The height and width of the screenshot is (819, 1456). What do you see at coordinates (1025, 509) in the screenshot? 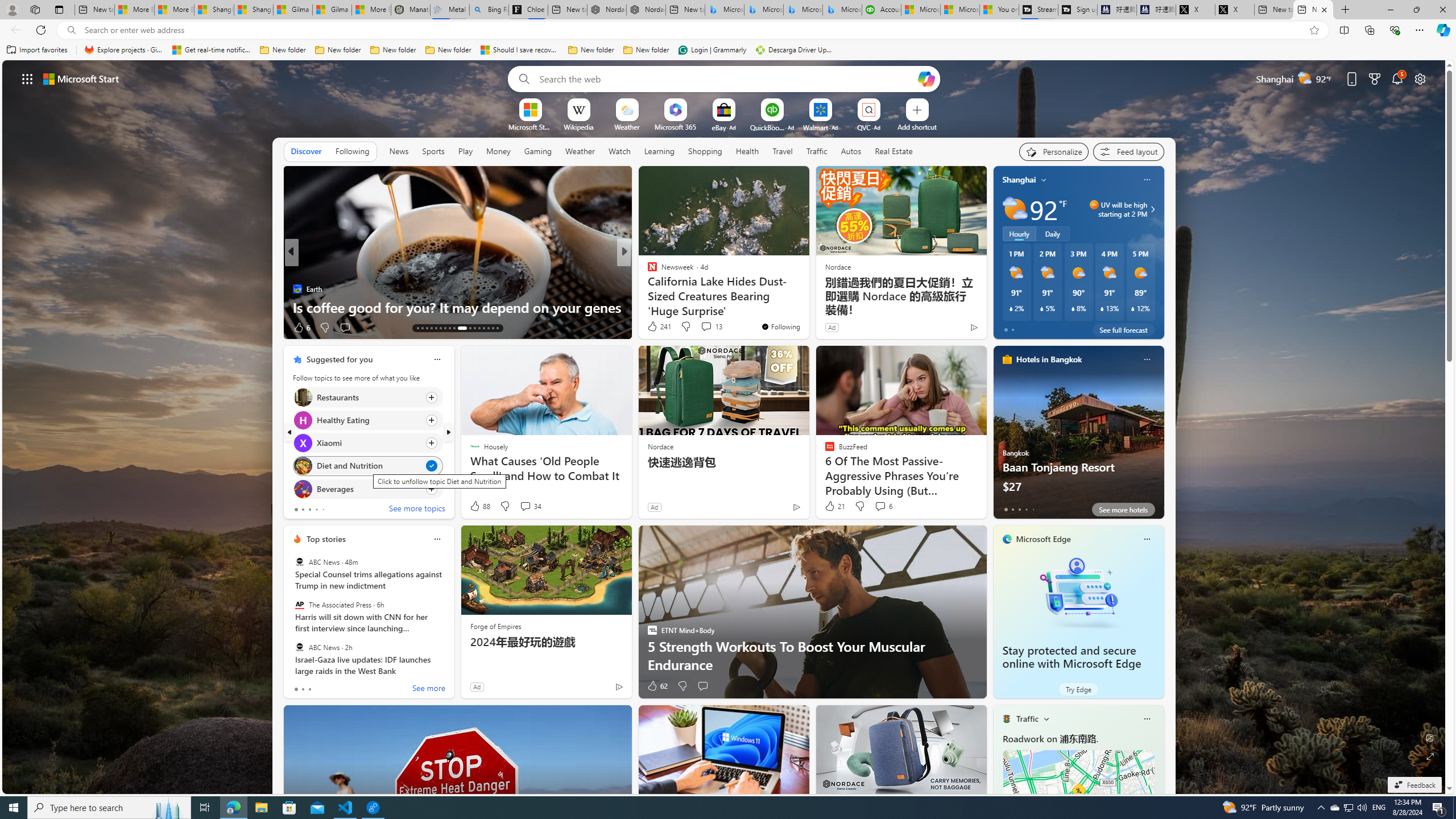
I see `'tab-3'` at bounding box center [1025, 509].